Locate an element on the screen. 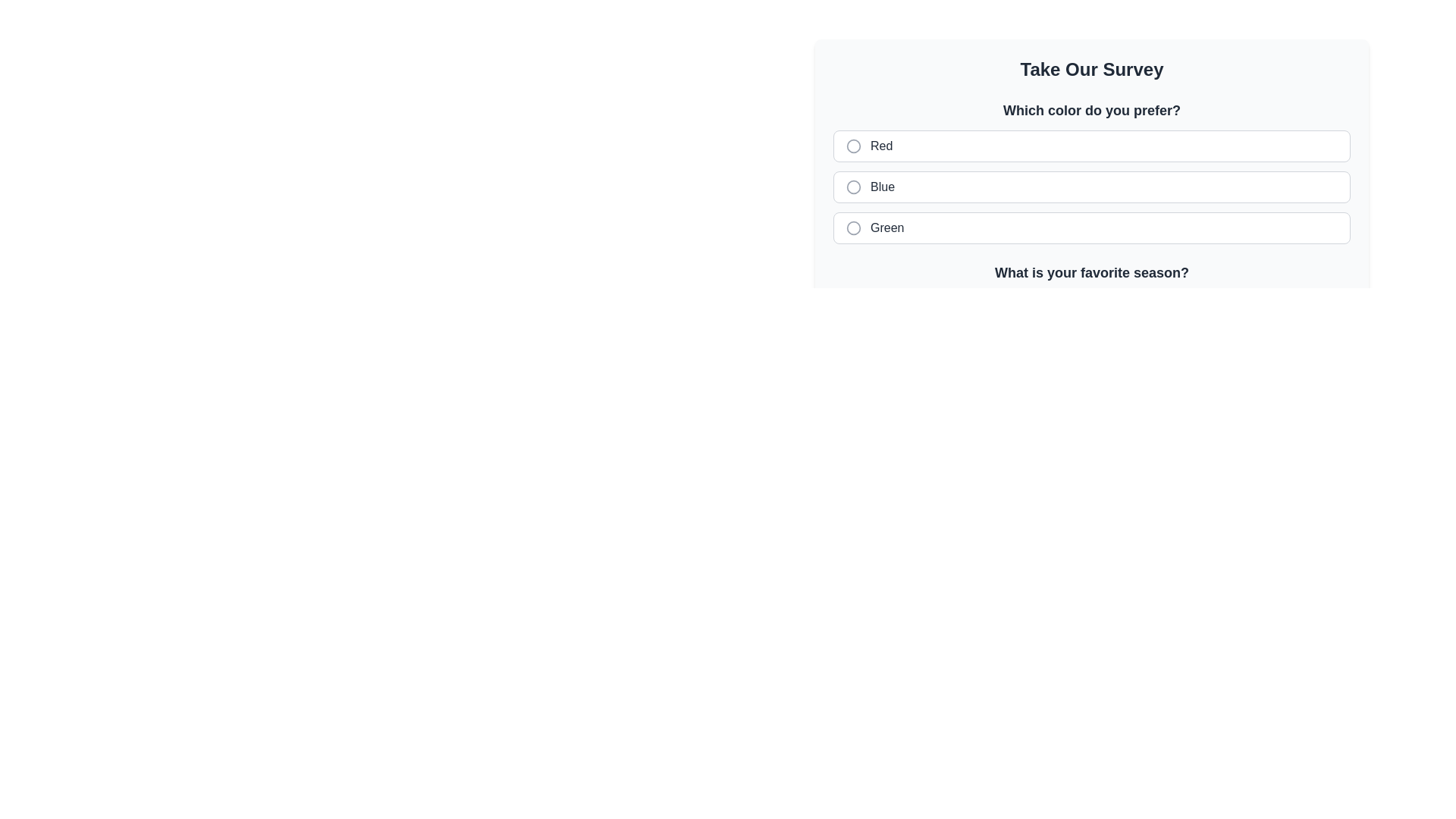 This screenshot has width=1456, height=819. the radio button is located at coordinates (1092, 186).